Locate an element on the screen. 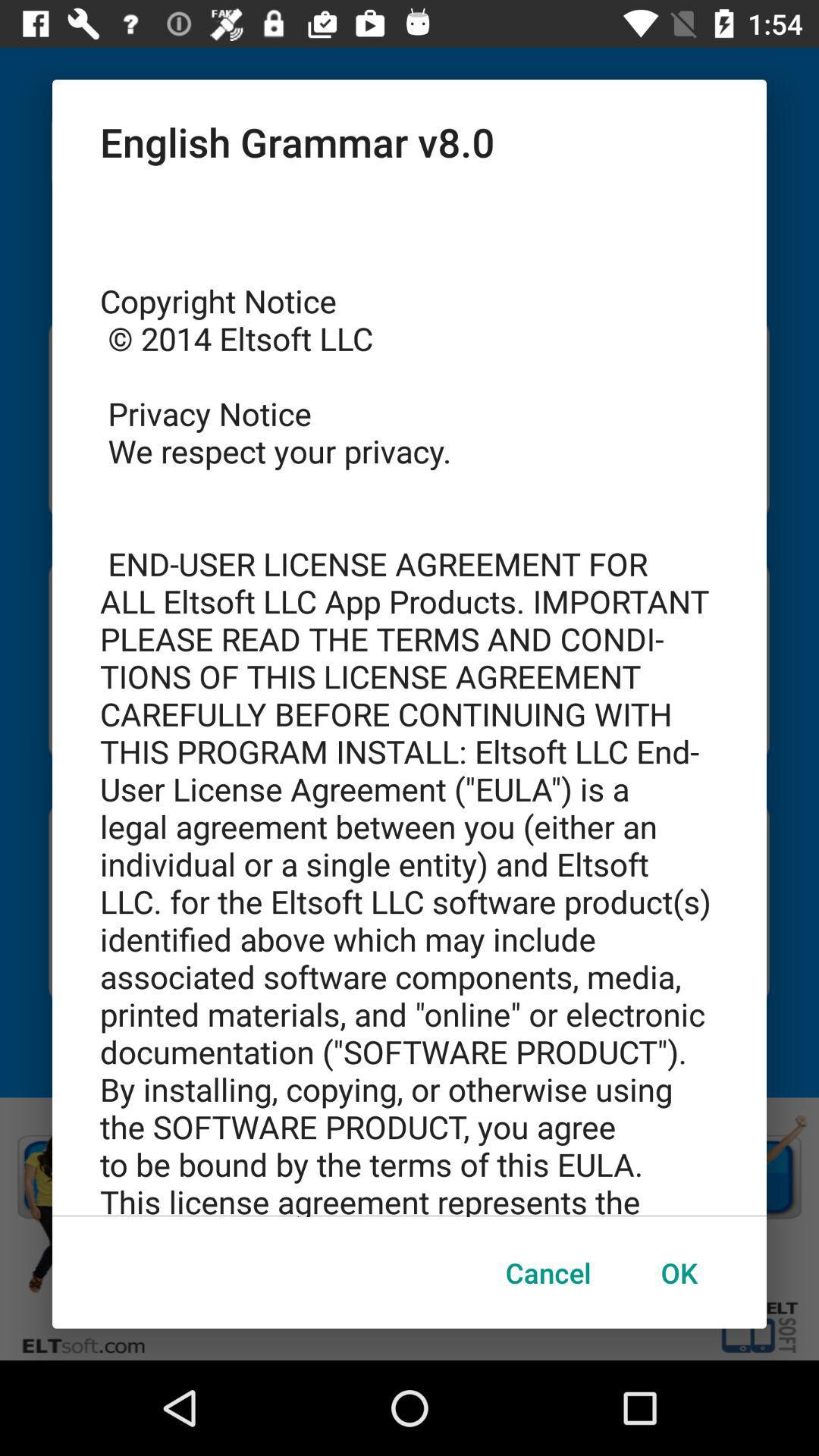  the ok button is located at coordinates (678, 1272).